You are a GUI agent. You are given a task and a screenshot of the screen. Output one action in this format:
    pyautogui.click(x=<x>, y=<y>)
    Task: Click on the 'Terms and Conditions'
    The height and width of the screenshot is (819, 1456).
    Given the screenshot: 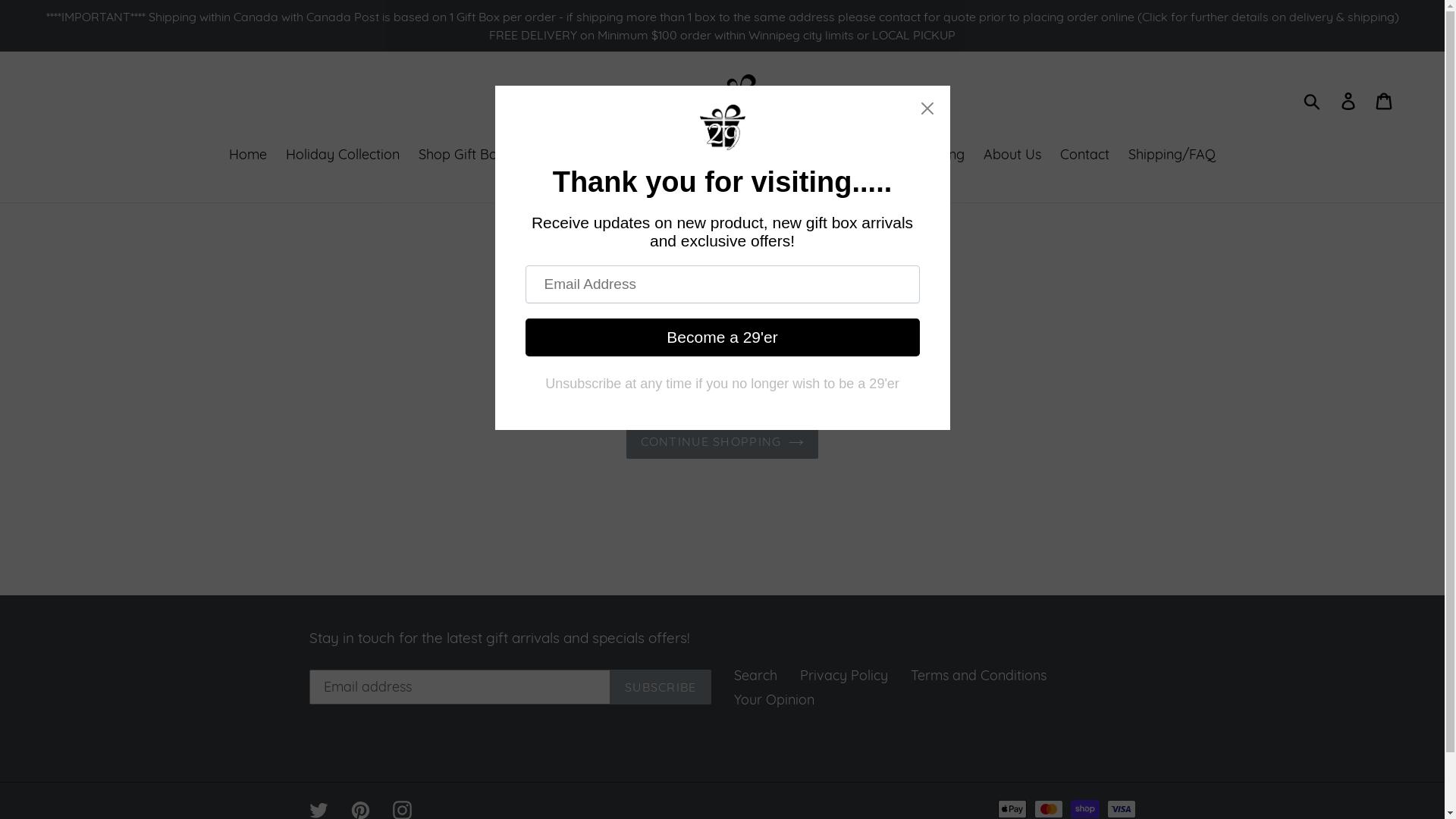 What is the action you would take?
    pyautogui.click(x=977, y=674)
    